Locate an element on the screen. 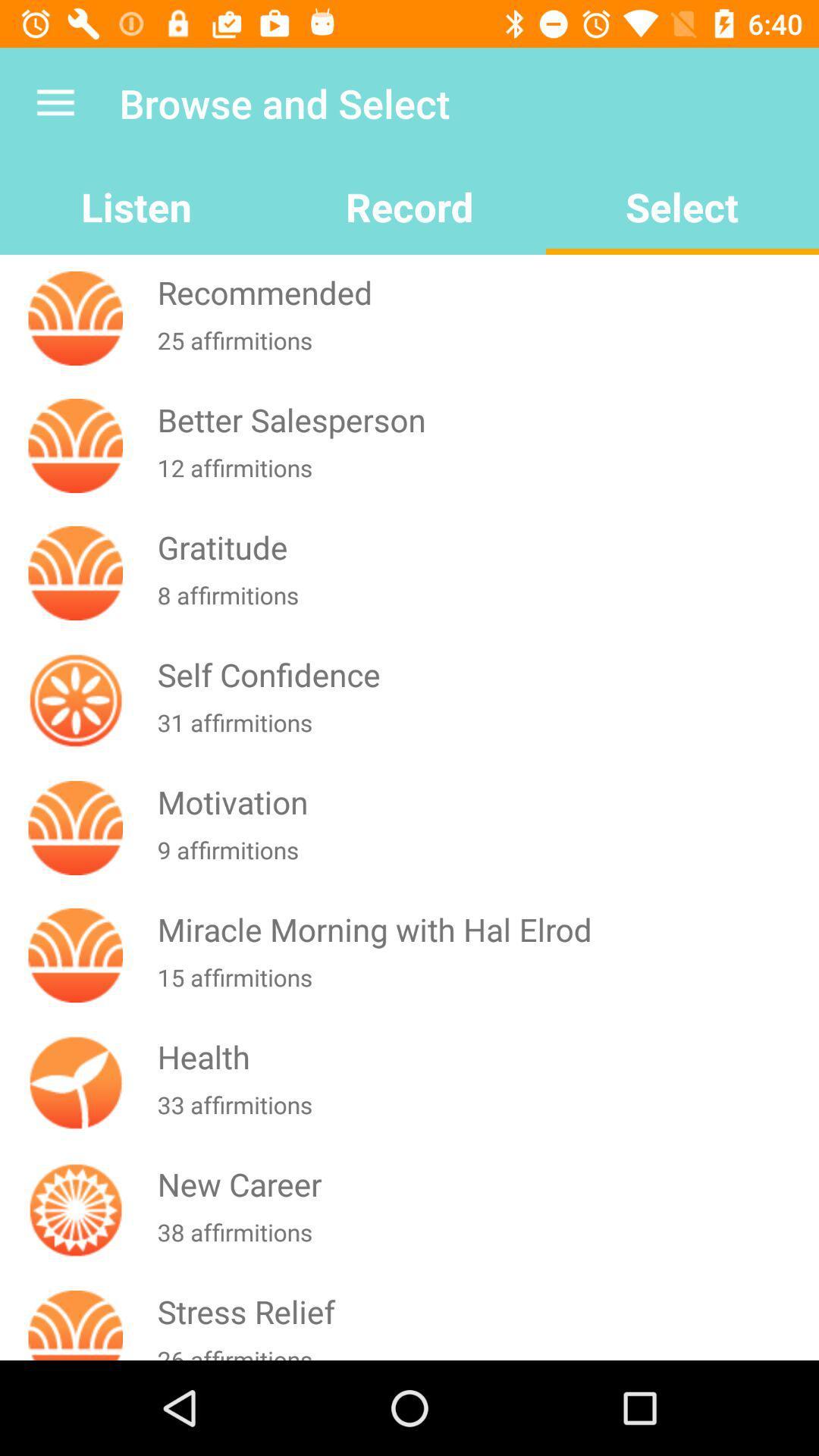 Image resolution: width=819 pixels, height=1456 pixels. the item above the 12 affirmitions icon is located at coordinates (485, 419).